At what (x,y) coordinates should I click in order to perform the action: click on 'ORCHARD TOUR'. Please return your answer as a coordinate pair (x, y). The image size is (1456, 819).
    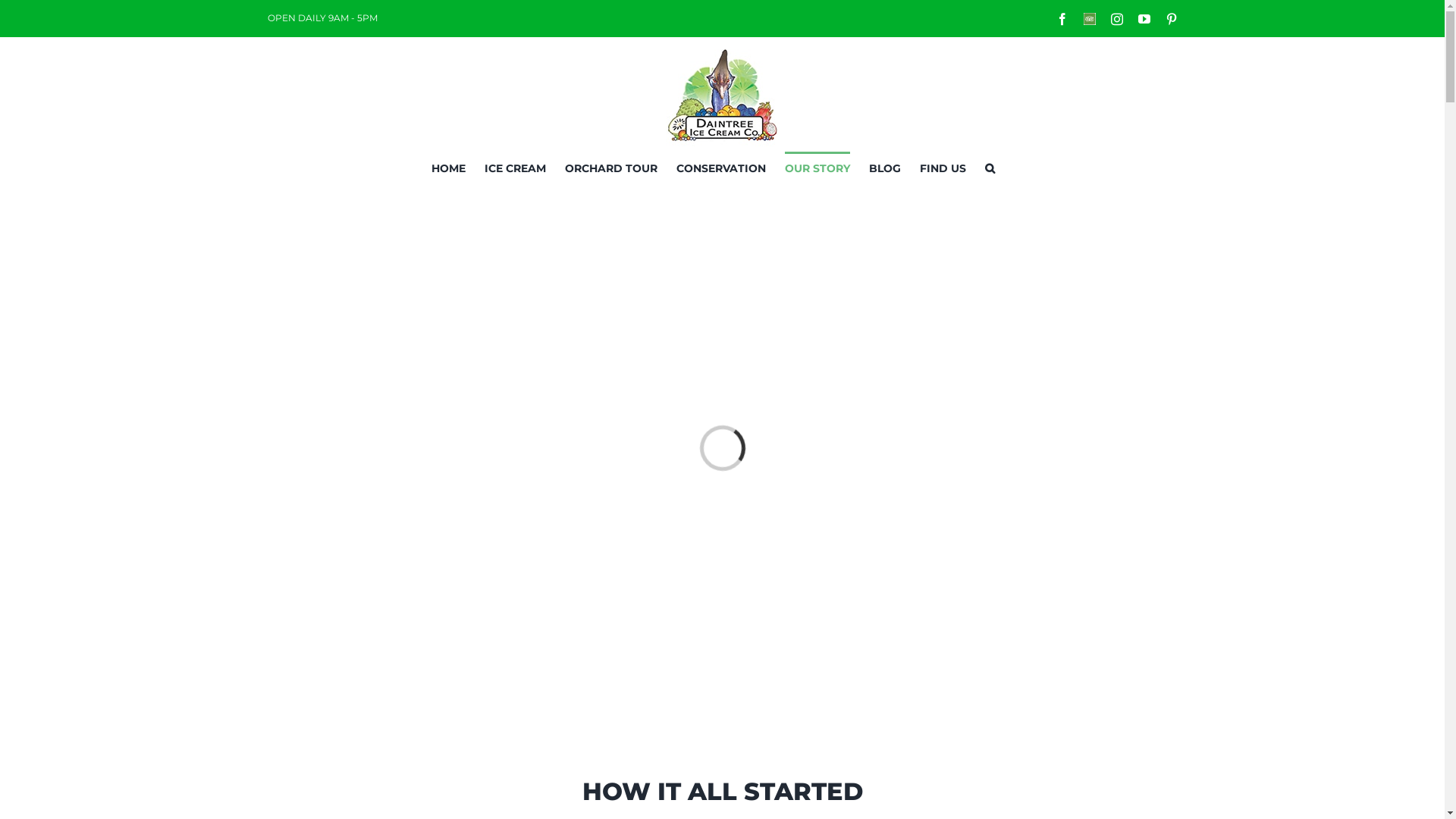
    Looking at the image, I should click on (610, 166).